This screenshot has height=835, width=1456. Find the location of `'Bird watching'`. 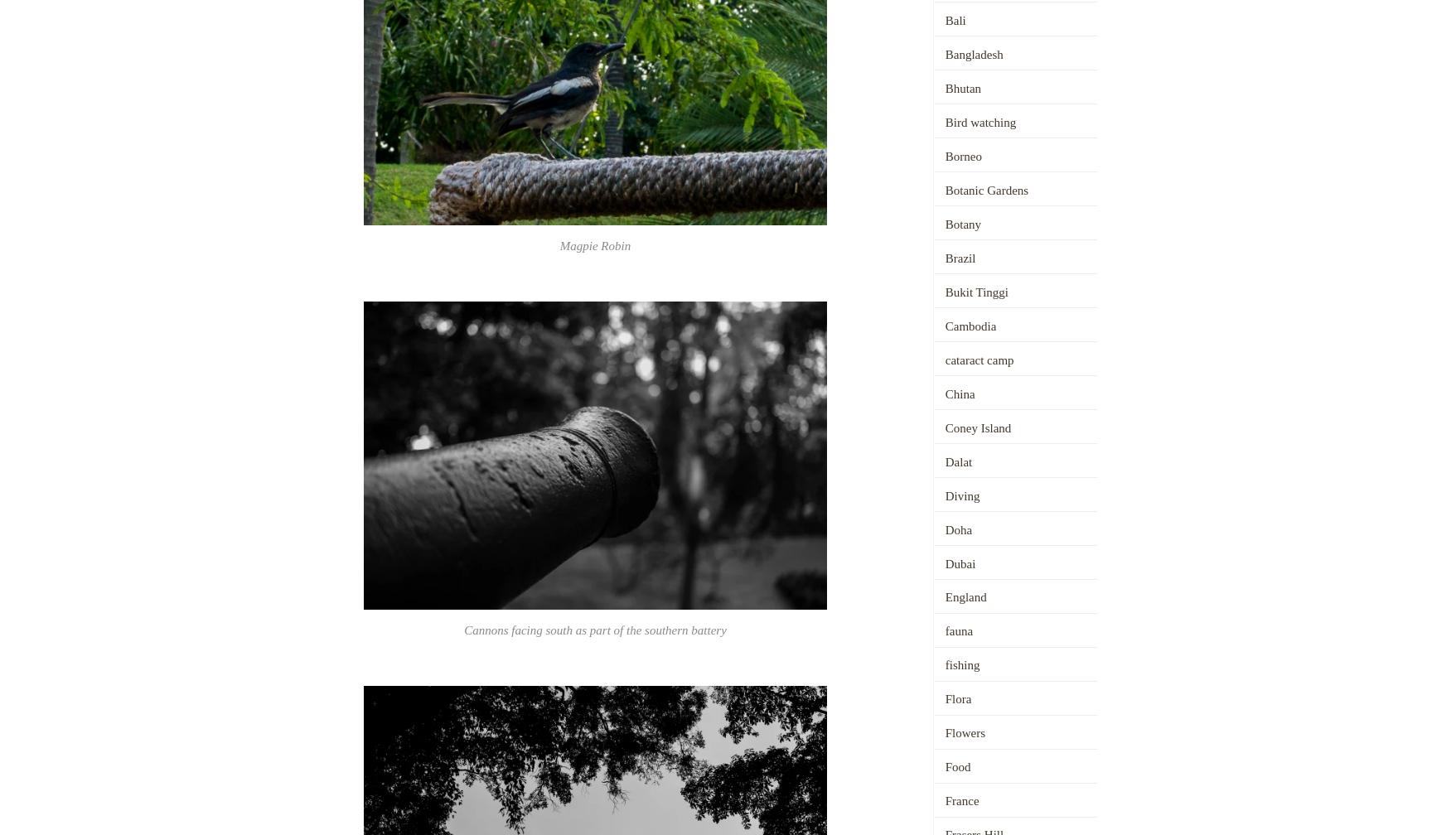

'Bird watching' is located at coordinates (979, 121).